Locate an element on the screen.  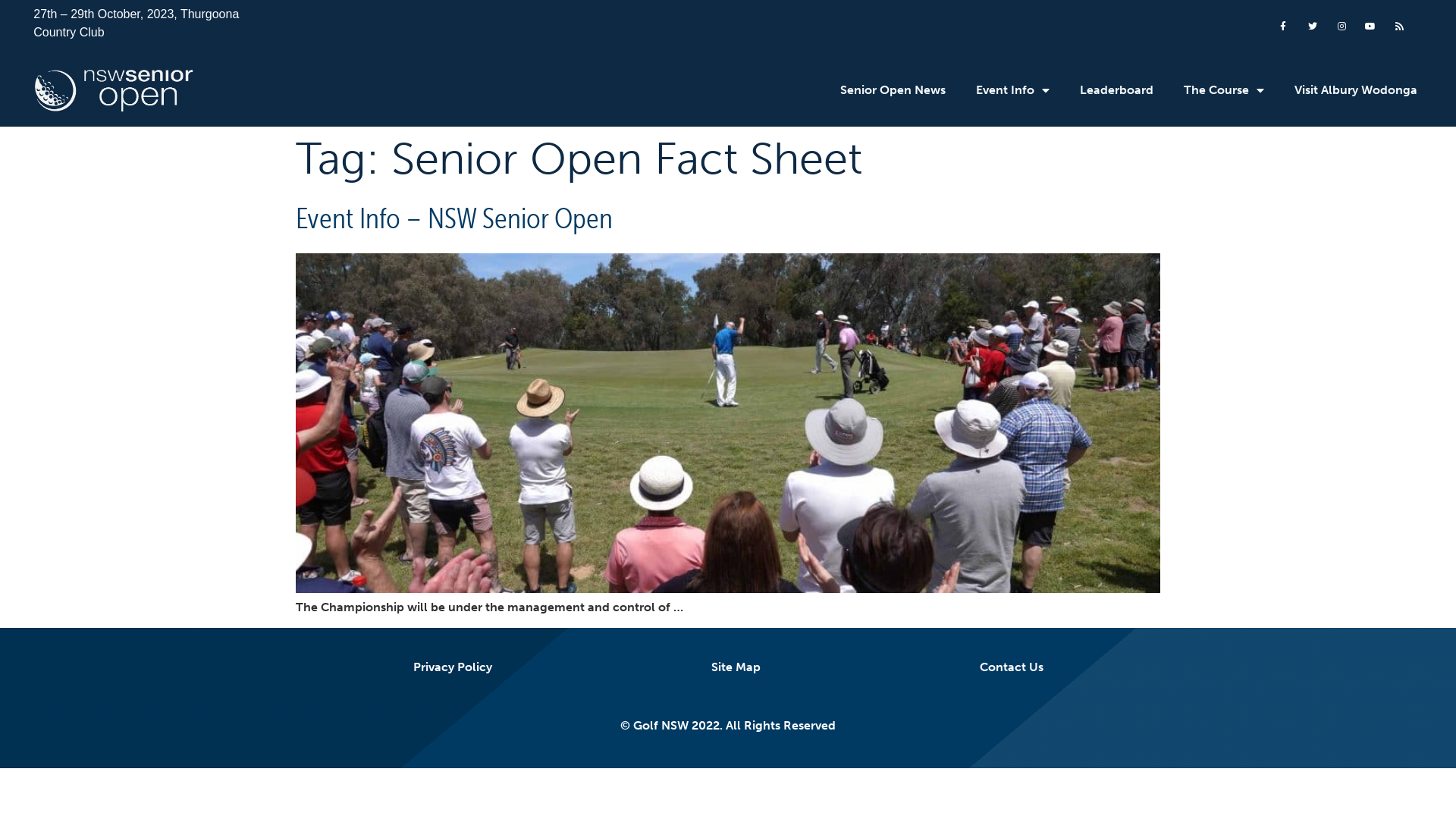
'Event Info' is located at coordinates (960, 90).